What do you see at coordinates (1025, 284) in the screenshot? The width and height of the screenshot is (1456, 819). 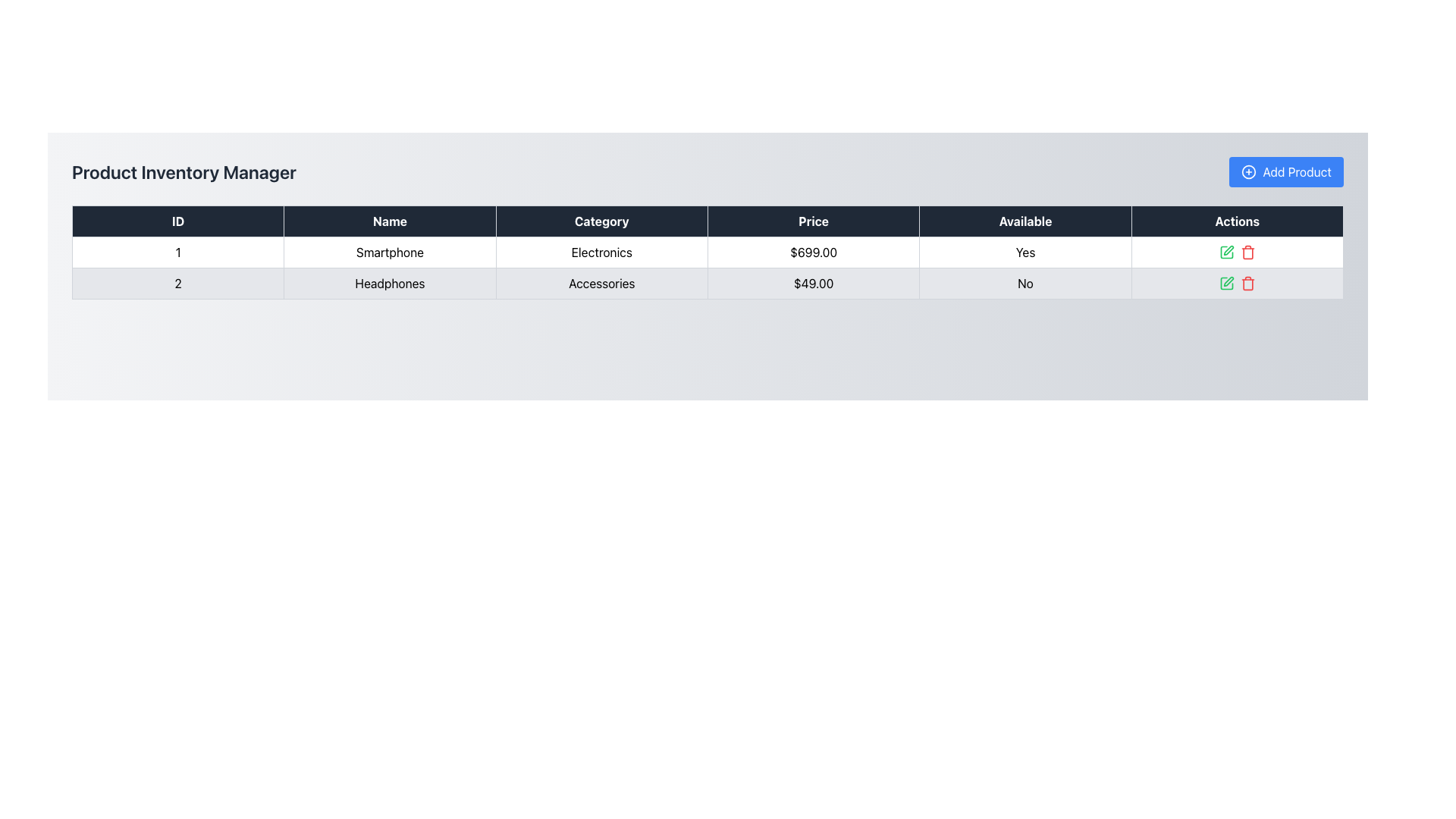 I see `the 'No' text label indicating the availability status of the product 'Headphones' in the 'Available' column of the second row of the table` at bounding box center [1025, 284].